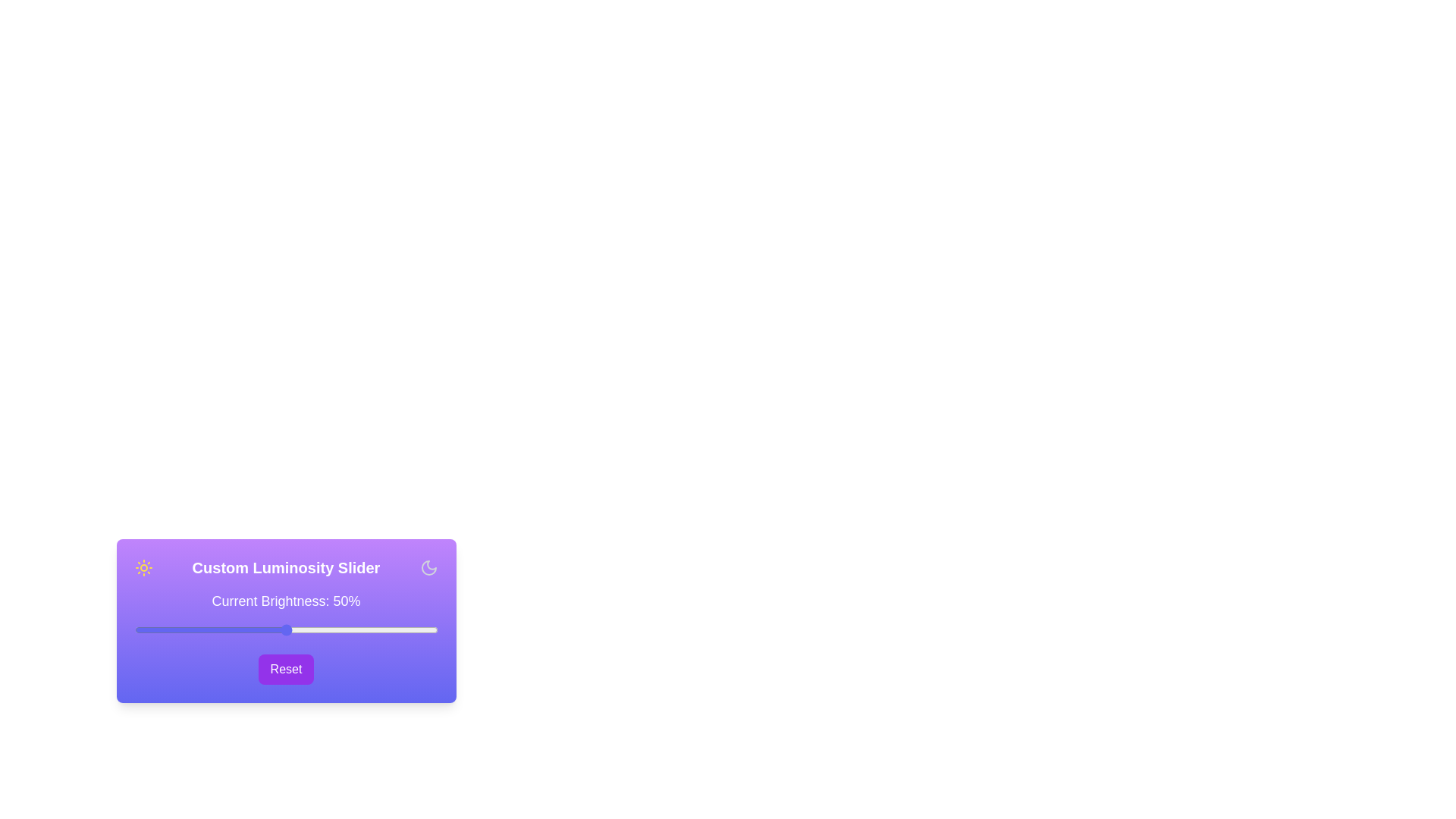 Image resolution: width=1456 pixels, height=819 pixels. Describe the element at coordinates (180, 629) in the screenshot. I see `brightness` at that location.